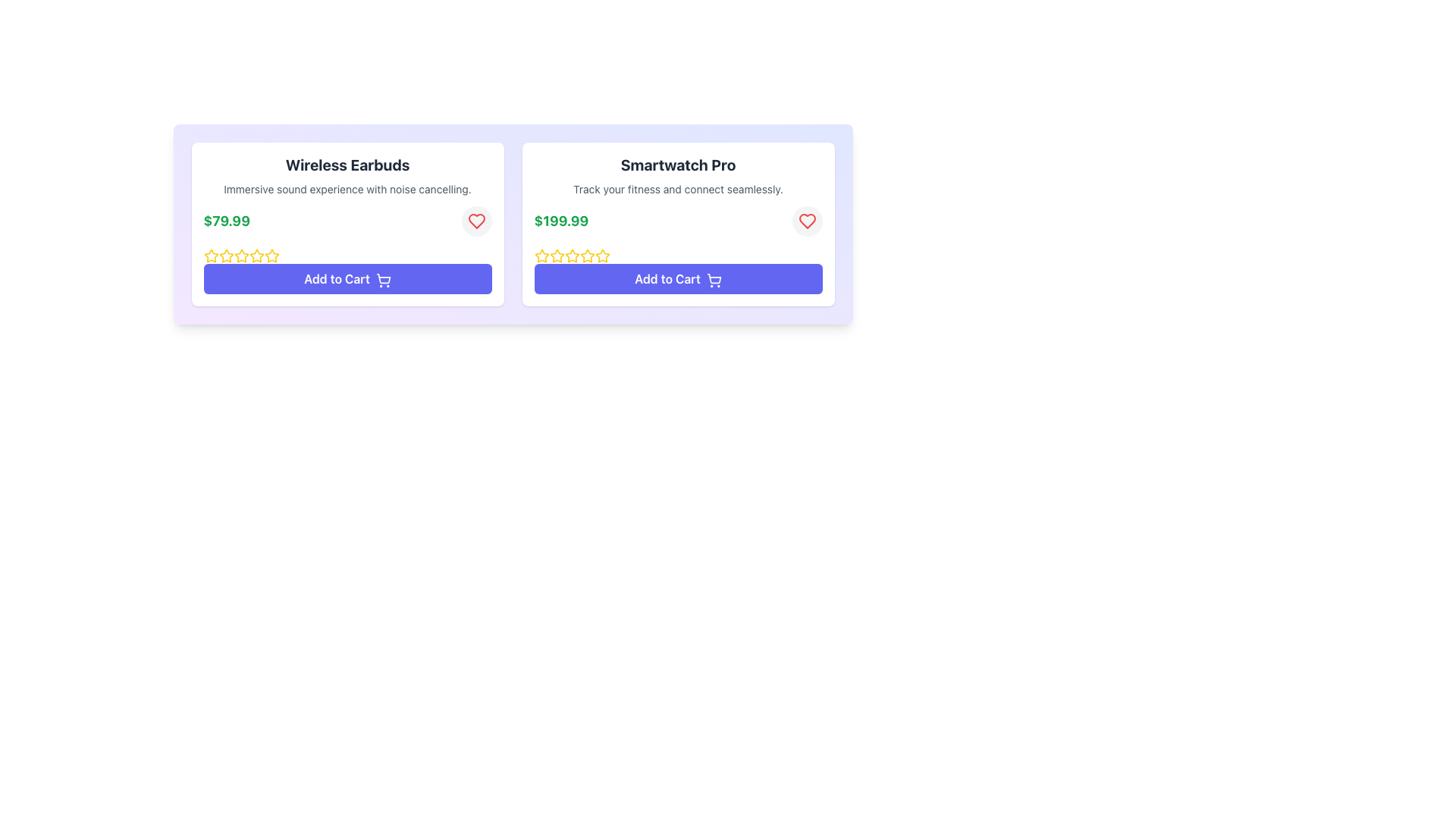 The image size is (1456, 819). Describe the element at coordinates (541, 254) in the screenshot. I see `the first star icon with a yellow border` at that location.